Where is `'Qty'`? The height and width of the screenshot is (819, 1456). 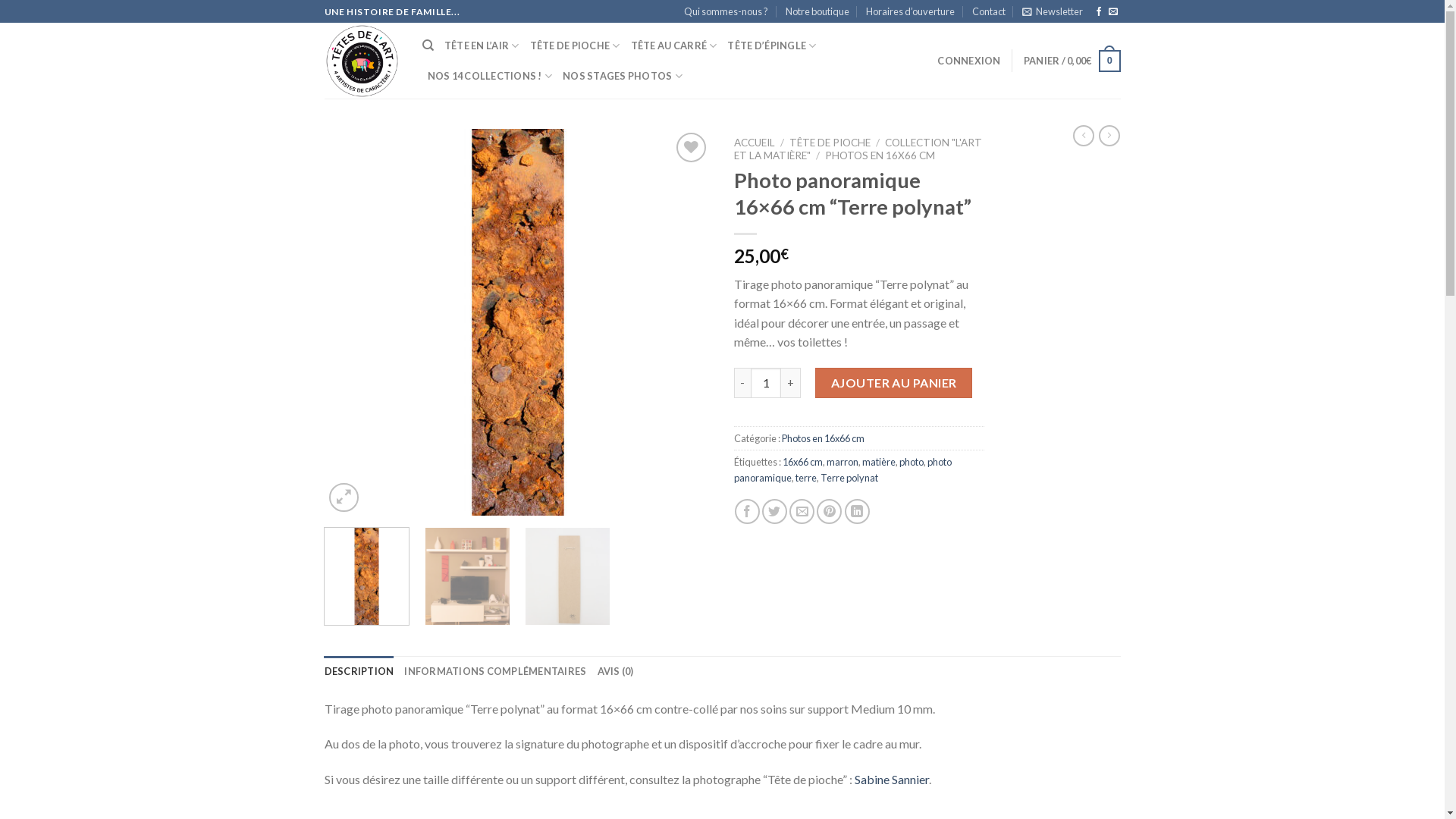 'Qty' is located at coordinates (750, 382).